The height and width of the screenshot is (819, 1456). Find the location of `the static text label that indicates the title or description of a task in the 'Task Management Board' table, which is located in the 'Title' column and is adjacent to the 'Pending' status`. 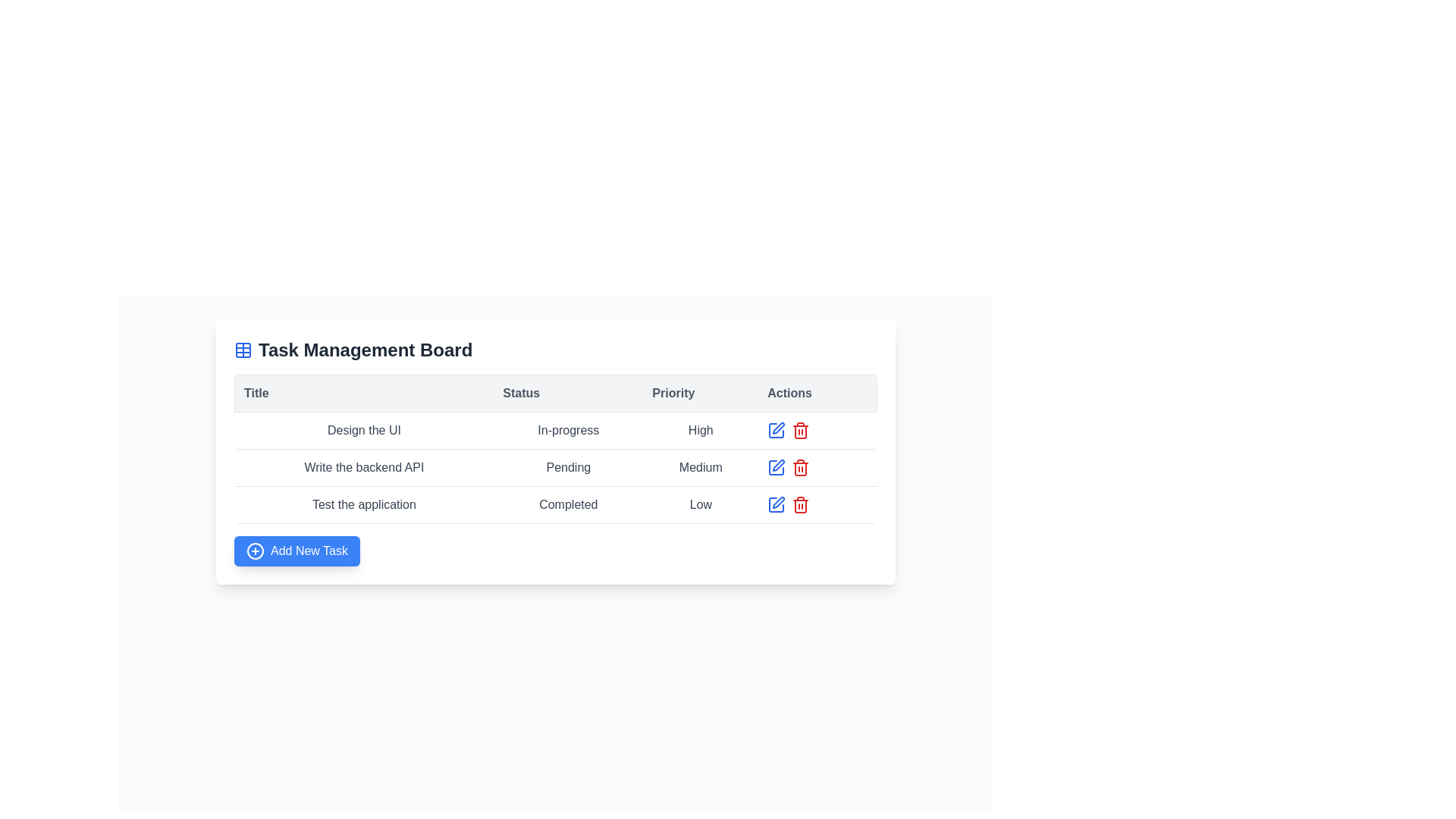

the static text label that indicates the title or description of a task in the 'Task Management Board' table, which is located in the 'Title' column and is adjacent to the 'Pending' status is located at coordinates (364, 467).